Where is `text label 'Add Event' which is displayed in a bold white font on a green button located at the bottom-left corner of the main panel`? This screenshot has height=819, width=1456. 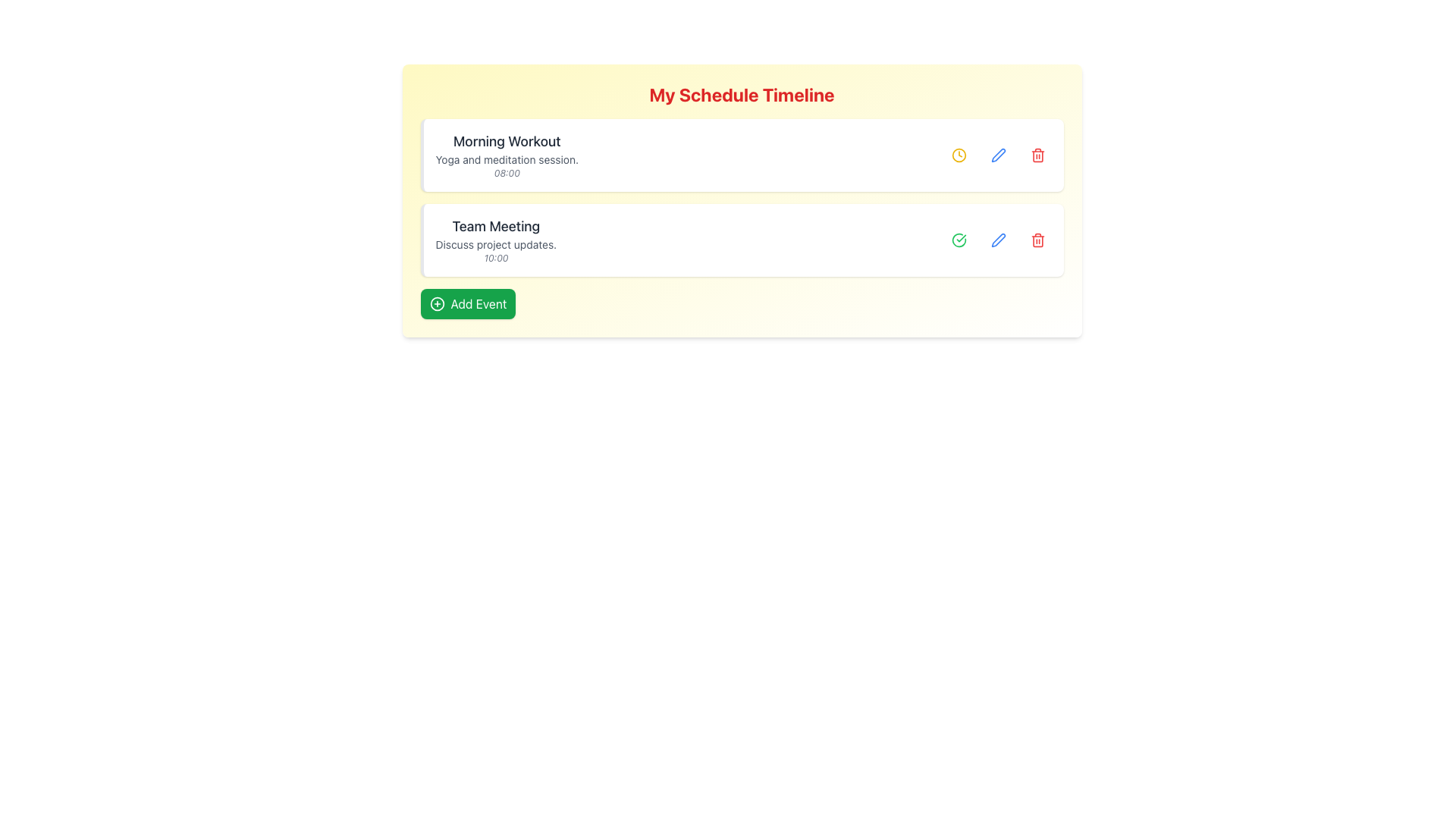
text label 'Add Event' which is displayed in a bold white font on a green button located at the bottom-left corner of the main panel is located at coordinates (478, 304).